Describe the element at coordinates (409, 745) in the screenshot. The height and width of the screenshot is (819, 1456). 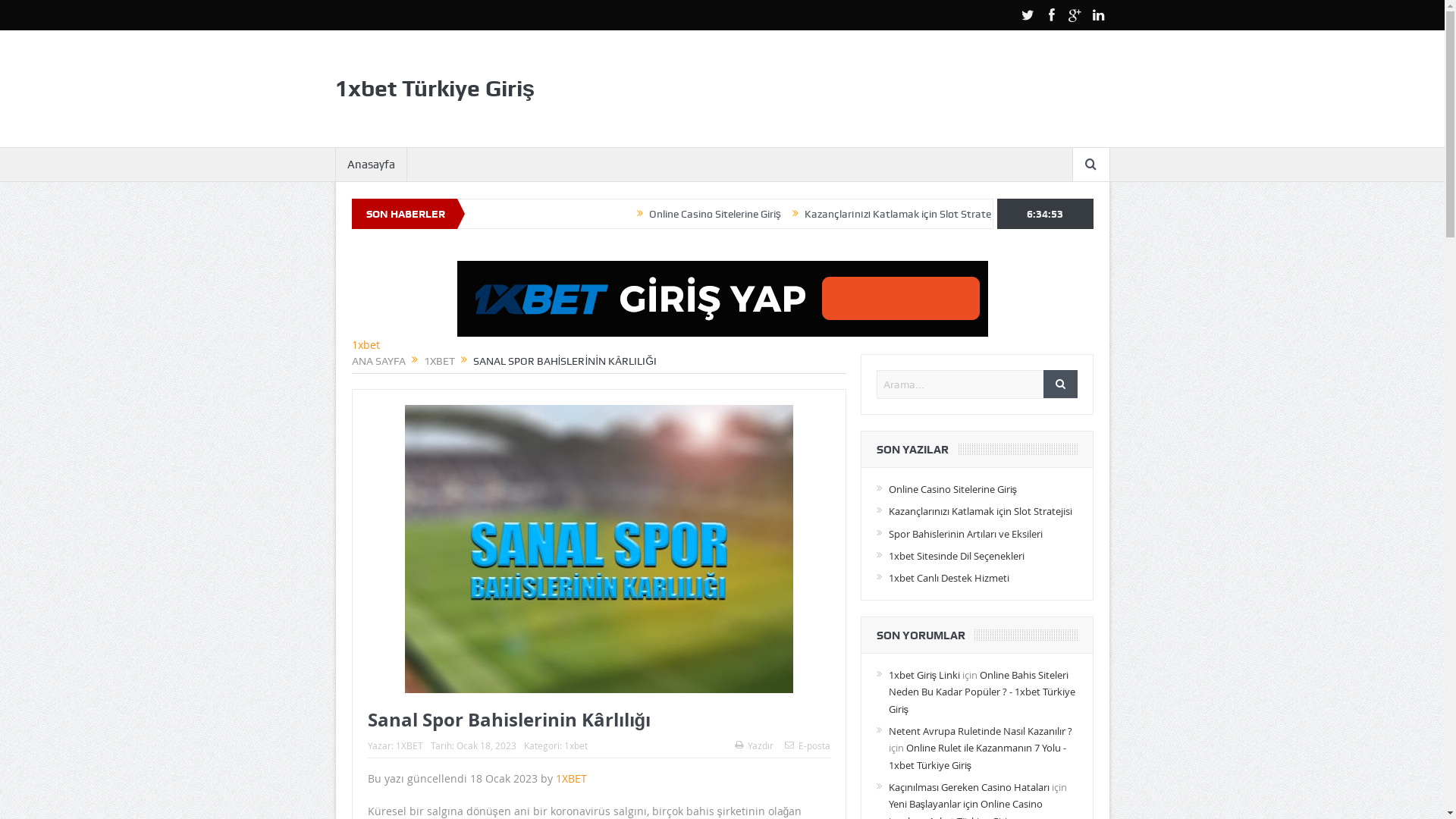
I see `'1XBET'` at that location.